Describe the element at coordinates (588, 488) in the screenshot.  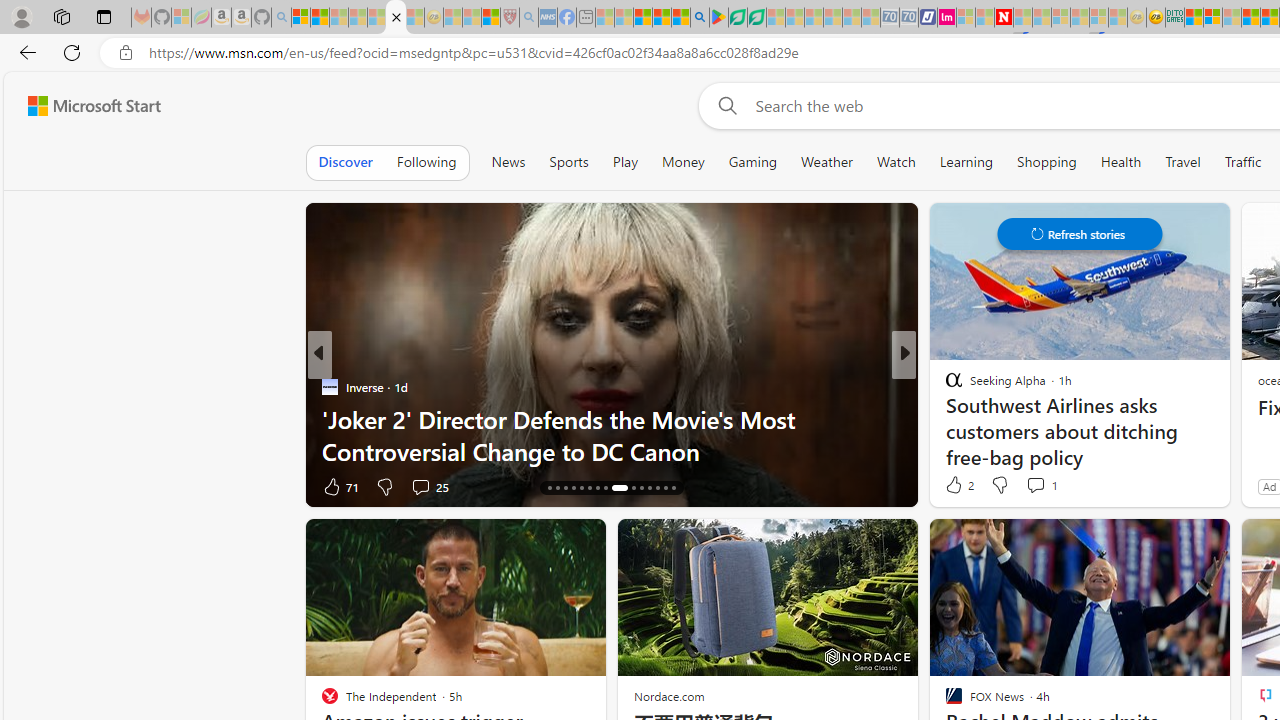
I see `'AutomationID: tab-21'` at that location.